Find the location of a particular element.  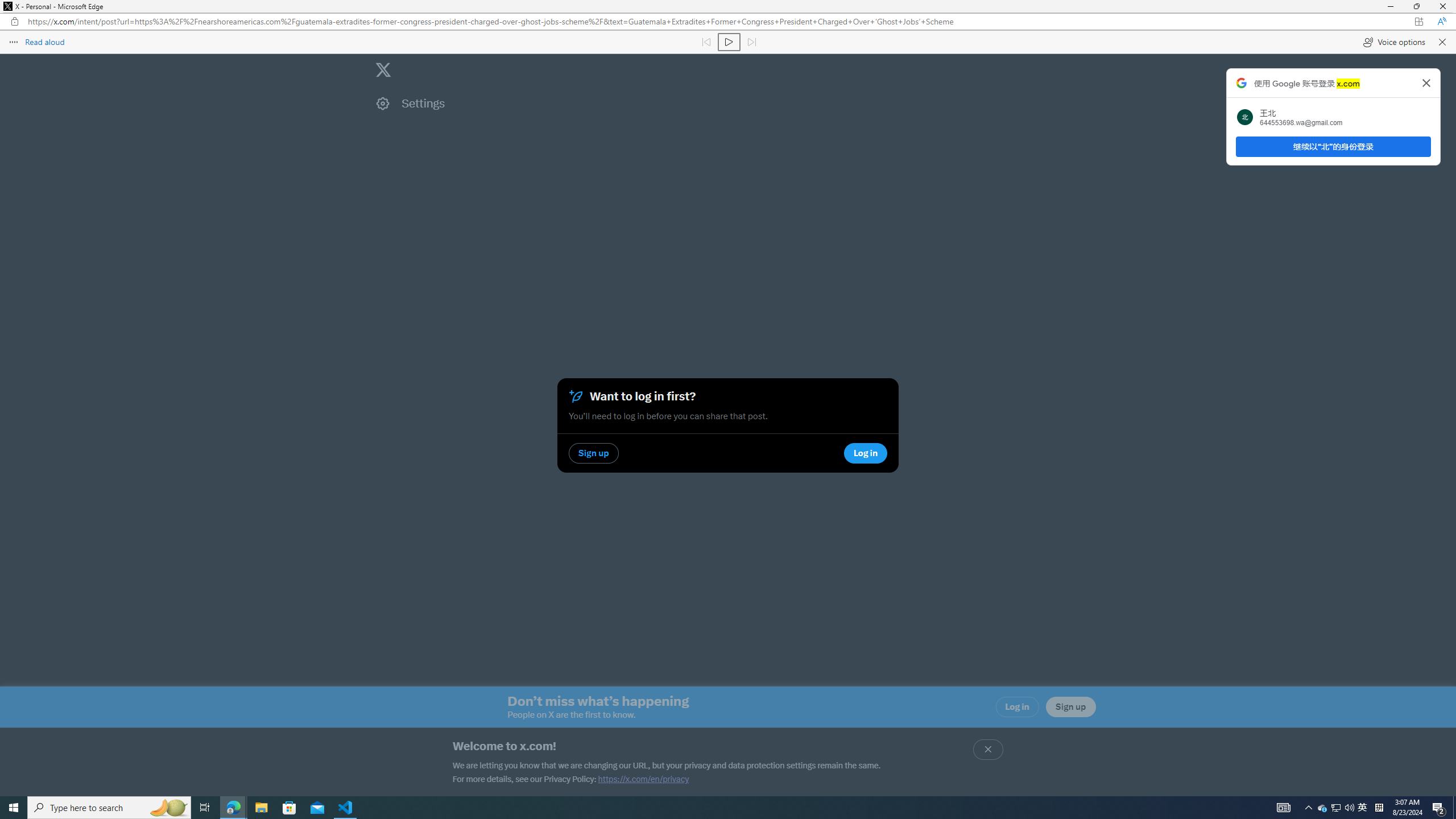

'App available. Install X' is located at coordinates (1418, 21).